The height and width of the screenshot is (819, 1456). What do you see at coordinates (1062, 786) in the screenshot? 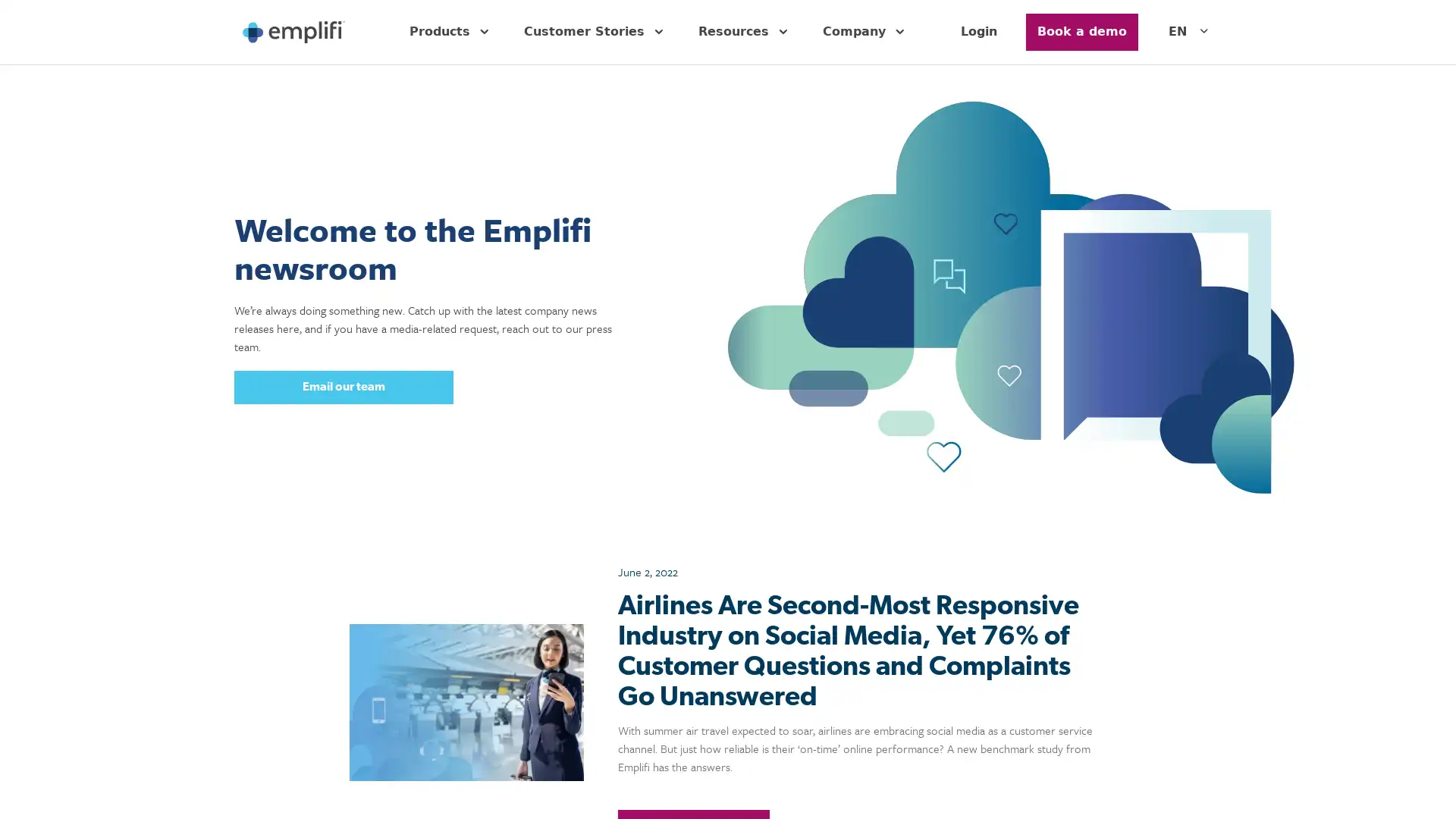
I see `Do Not Sell My Personal Information` at bounding box center [1062, 786].